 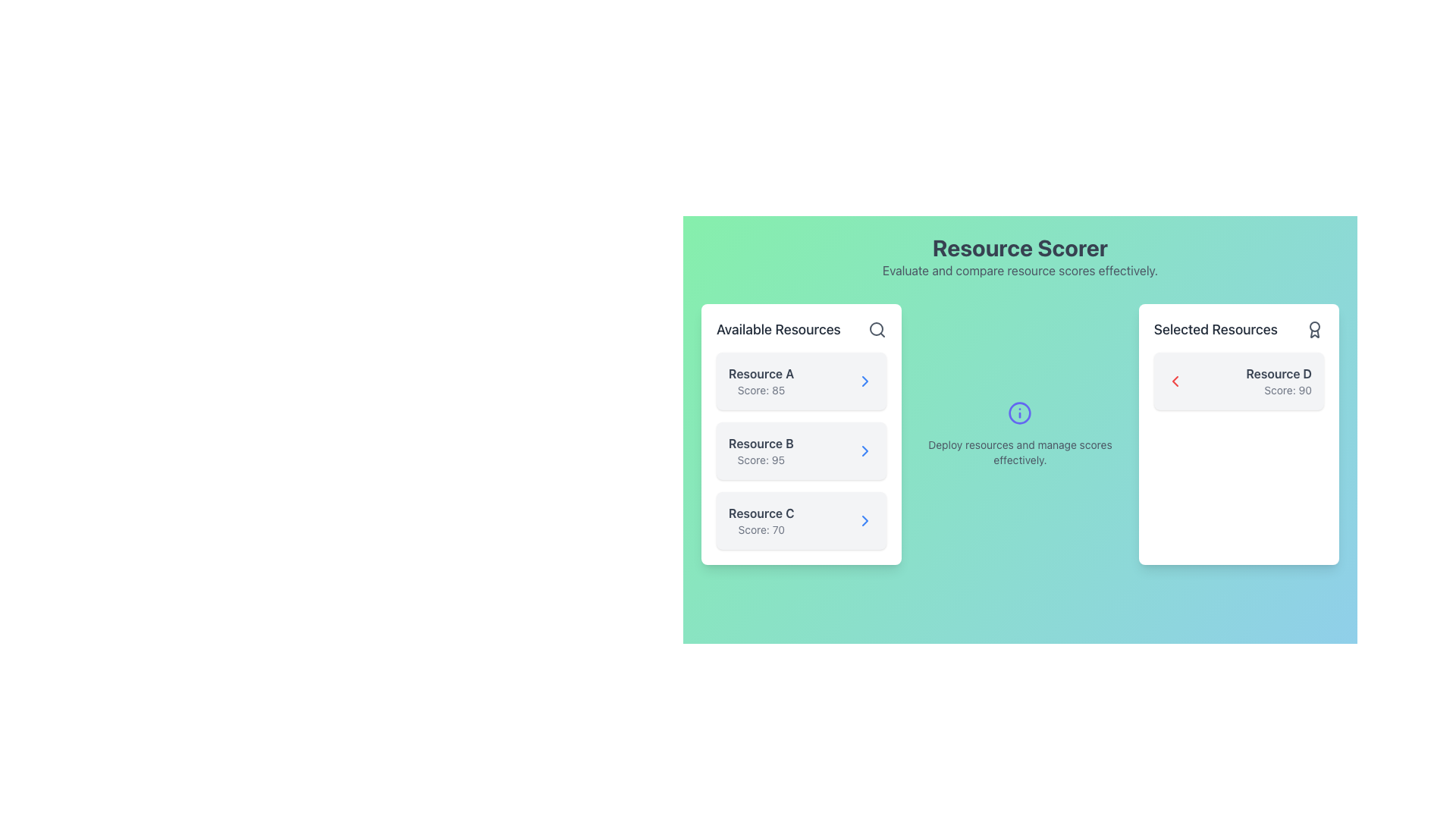 What do you see at coordinates (1174, 380) in the screenshot?
I see `the back icon button located near the upper left corner inside the card representing 'Resource D' in the 'Selected Resources' section` at bounding box center [1174, 380].